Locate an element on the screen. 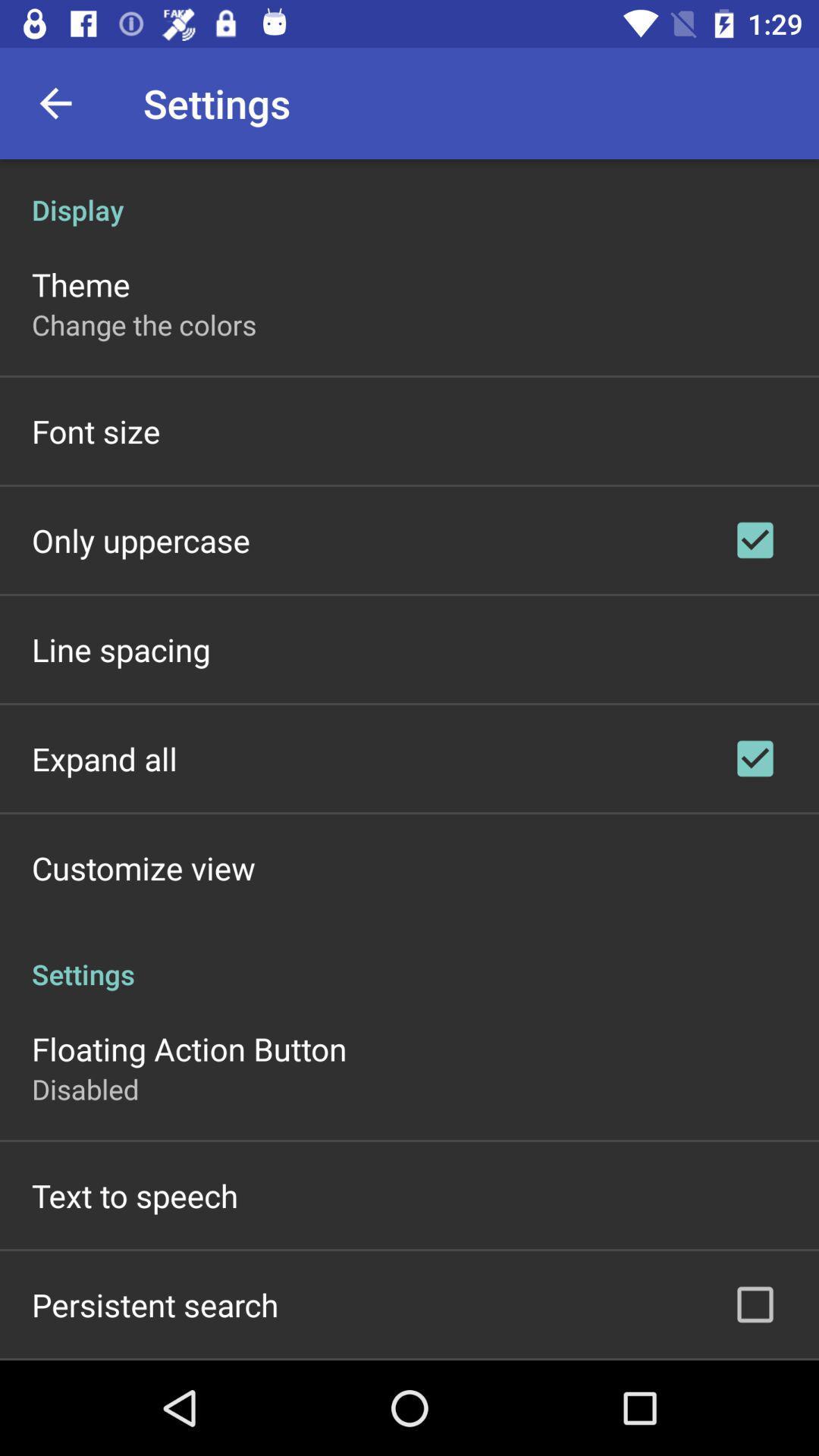 The height and width of the screenshot is (1456, 819). font size is located at coordinates (96, 430).